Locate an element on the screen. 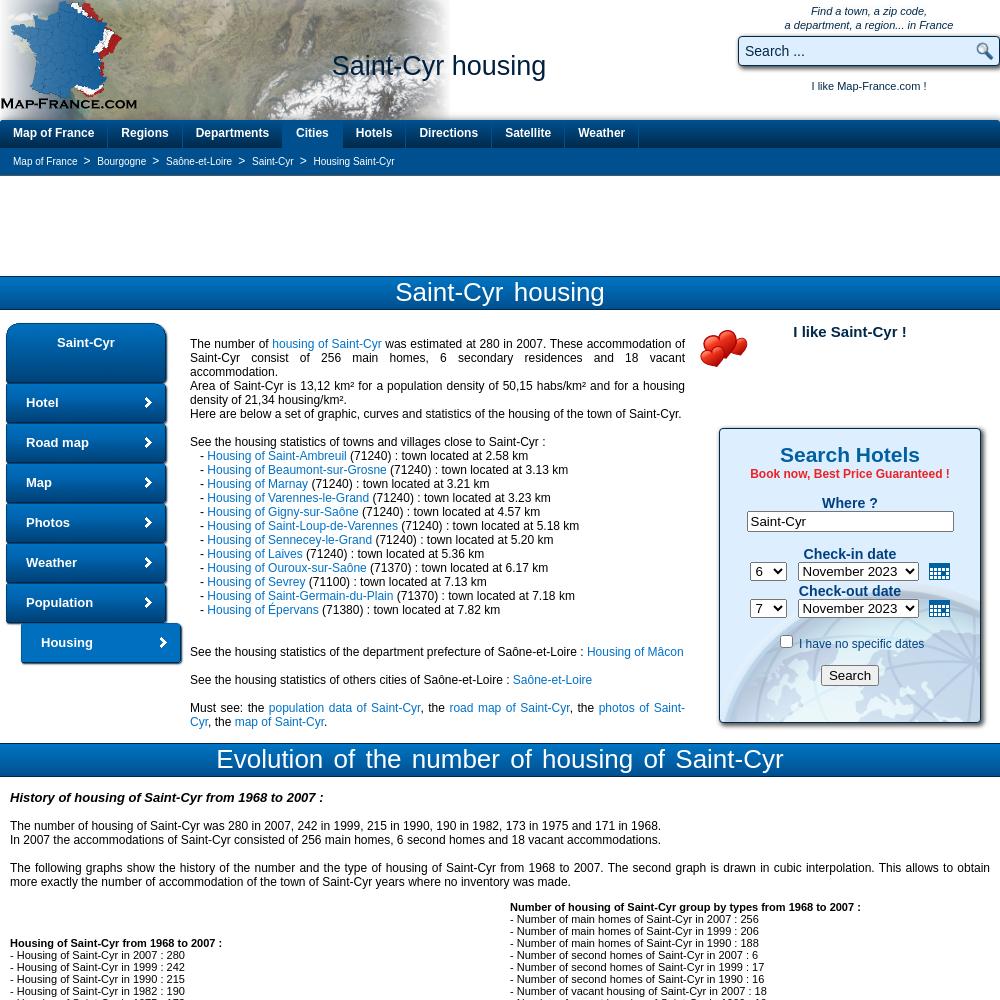 The image size is (1000, 1000). '- Housing of Saint-Cyr in 1990 : 215' is located at coordinates (10, 978).